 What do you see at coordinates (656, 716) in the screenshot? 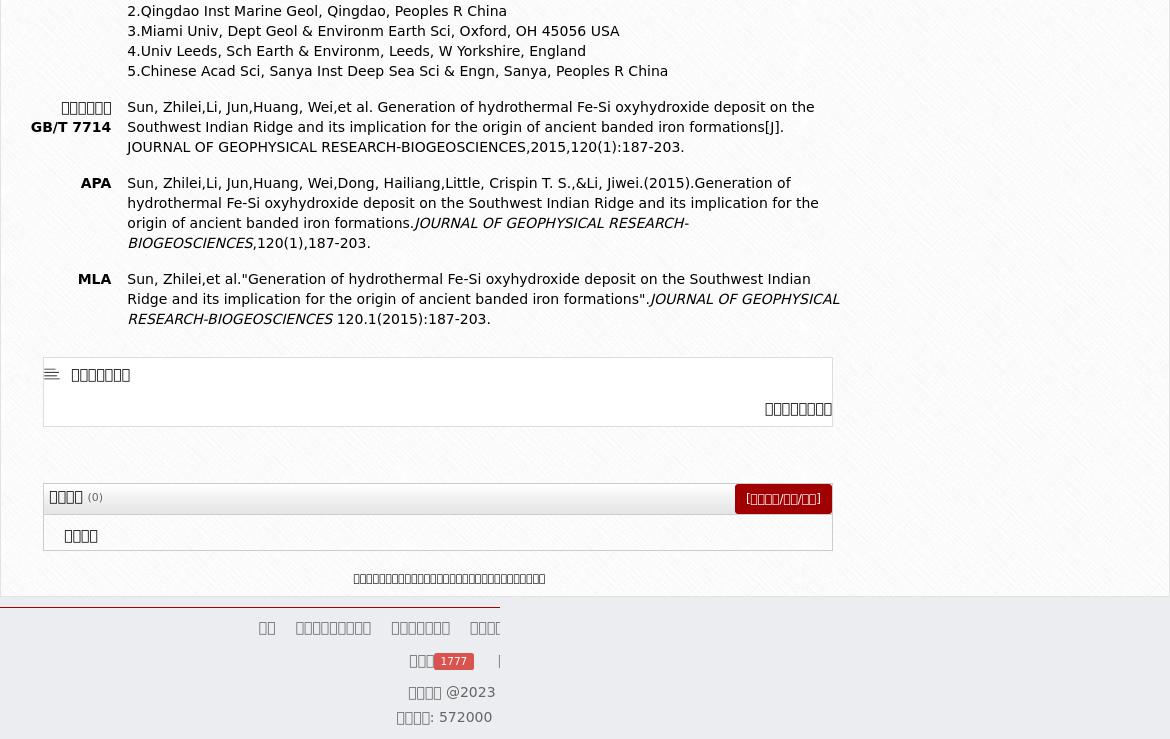
I see `'琼ICP备13001552号-1'` at bounding box center [656, 716].